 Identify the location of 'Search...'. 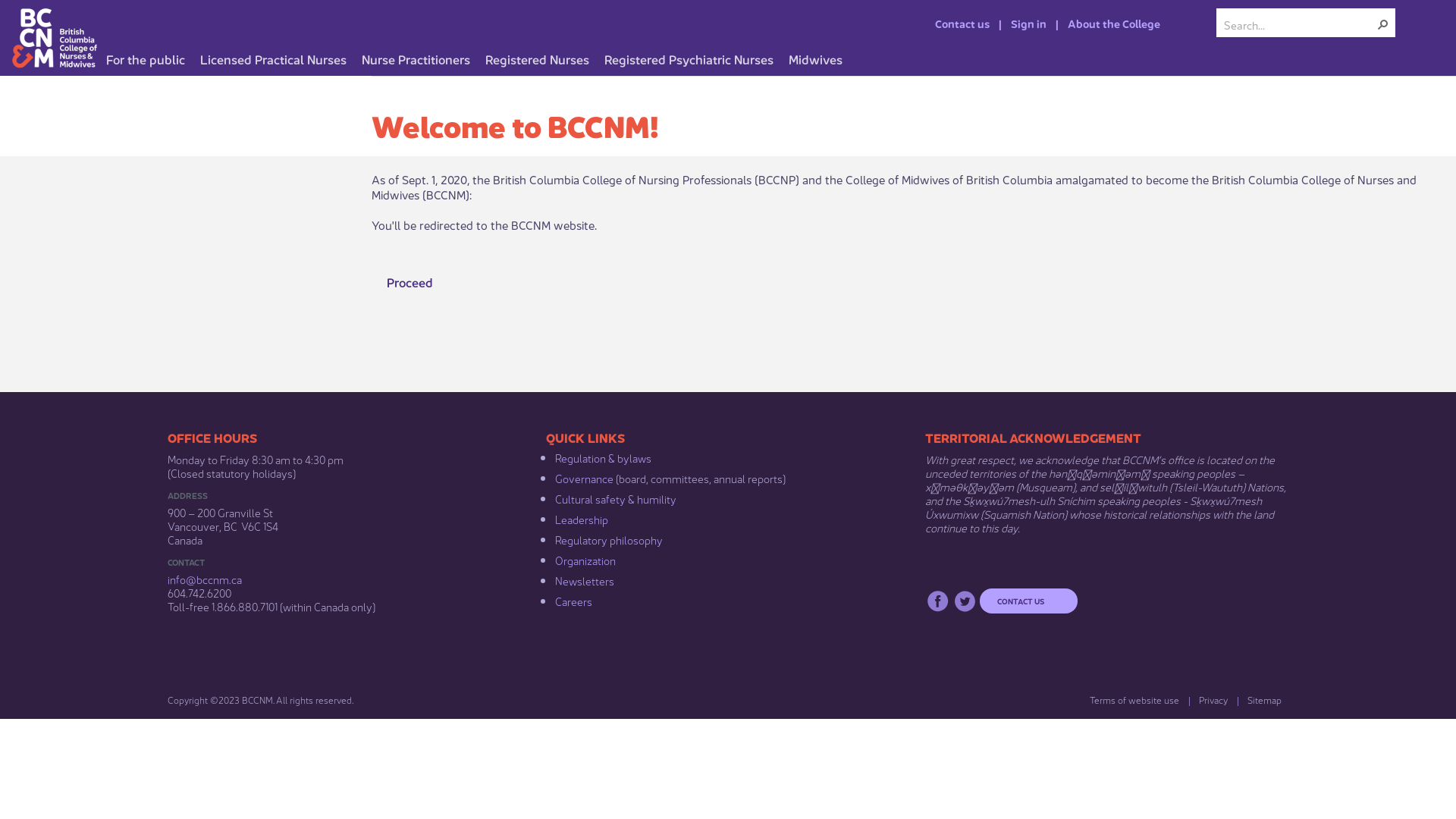
(1298, 24).